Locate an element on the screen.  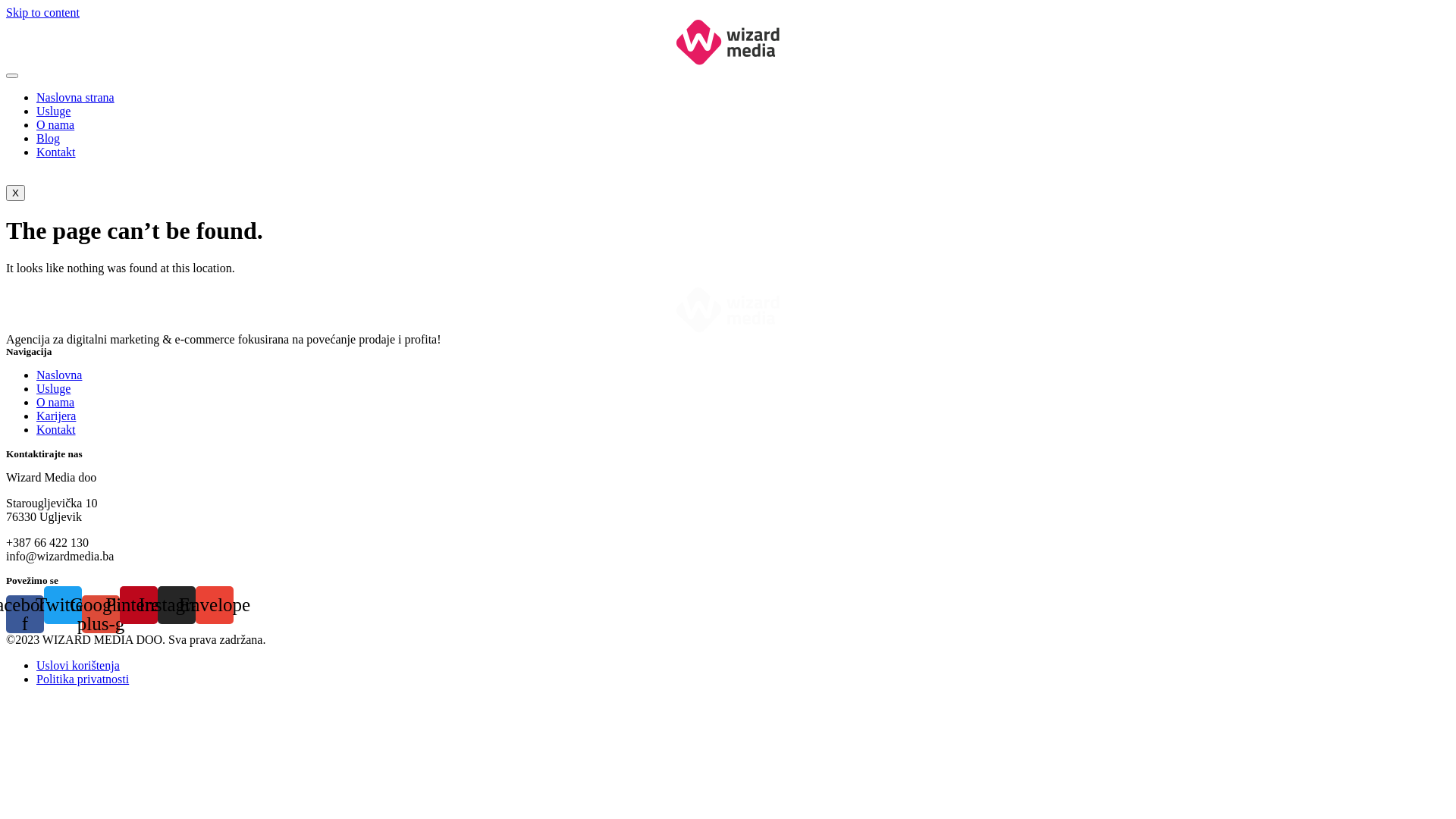
'Kontakt' is located at coordinates (55, 152).